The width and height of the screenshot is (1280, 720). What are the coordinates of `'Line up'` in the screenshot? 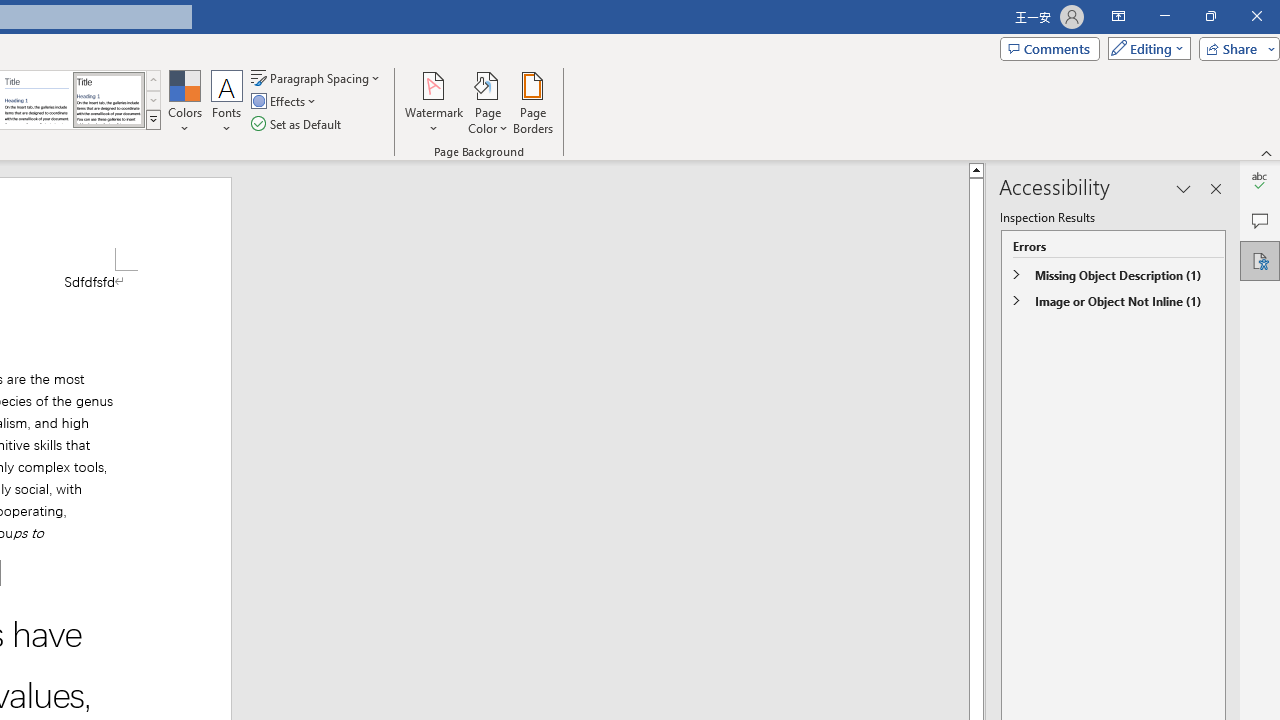 It's located at (976, 168).